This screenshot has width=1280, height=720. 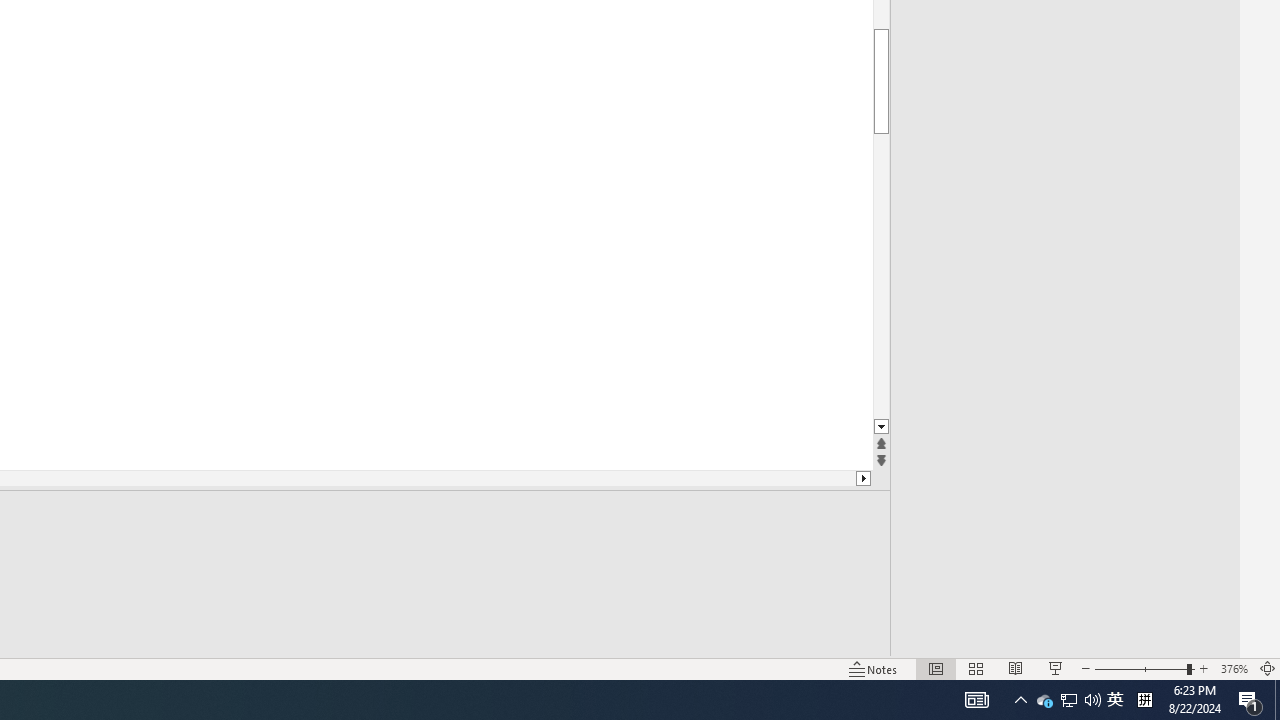 What do you see at coordinates (1203, 669) in the screenshot?
I see `'Zoom In'` at bounding box center [1203, 669].